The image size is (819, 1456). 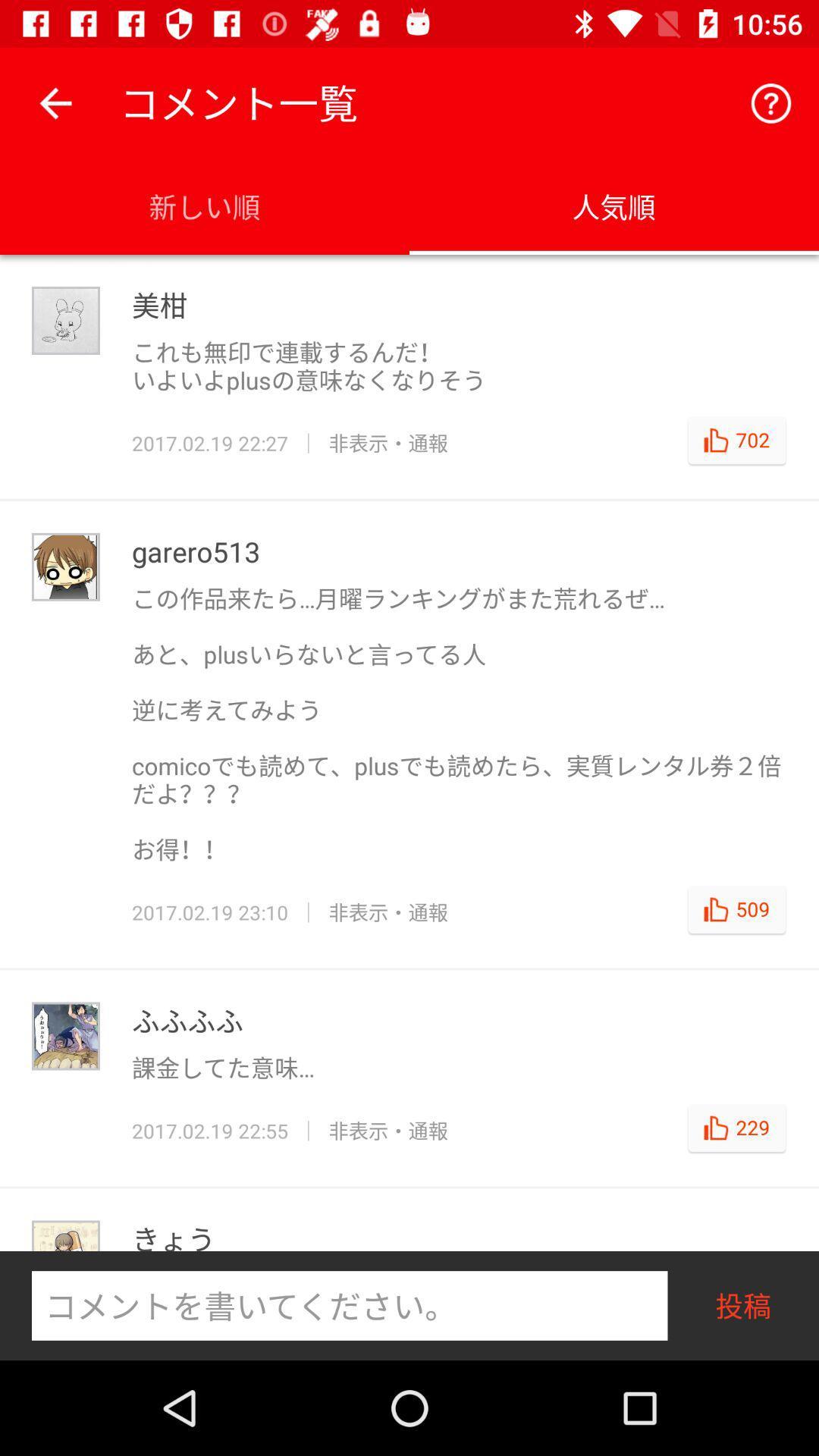 I want to click on the third user image from the top, so click(x=65, y=1036).